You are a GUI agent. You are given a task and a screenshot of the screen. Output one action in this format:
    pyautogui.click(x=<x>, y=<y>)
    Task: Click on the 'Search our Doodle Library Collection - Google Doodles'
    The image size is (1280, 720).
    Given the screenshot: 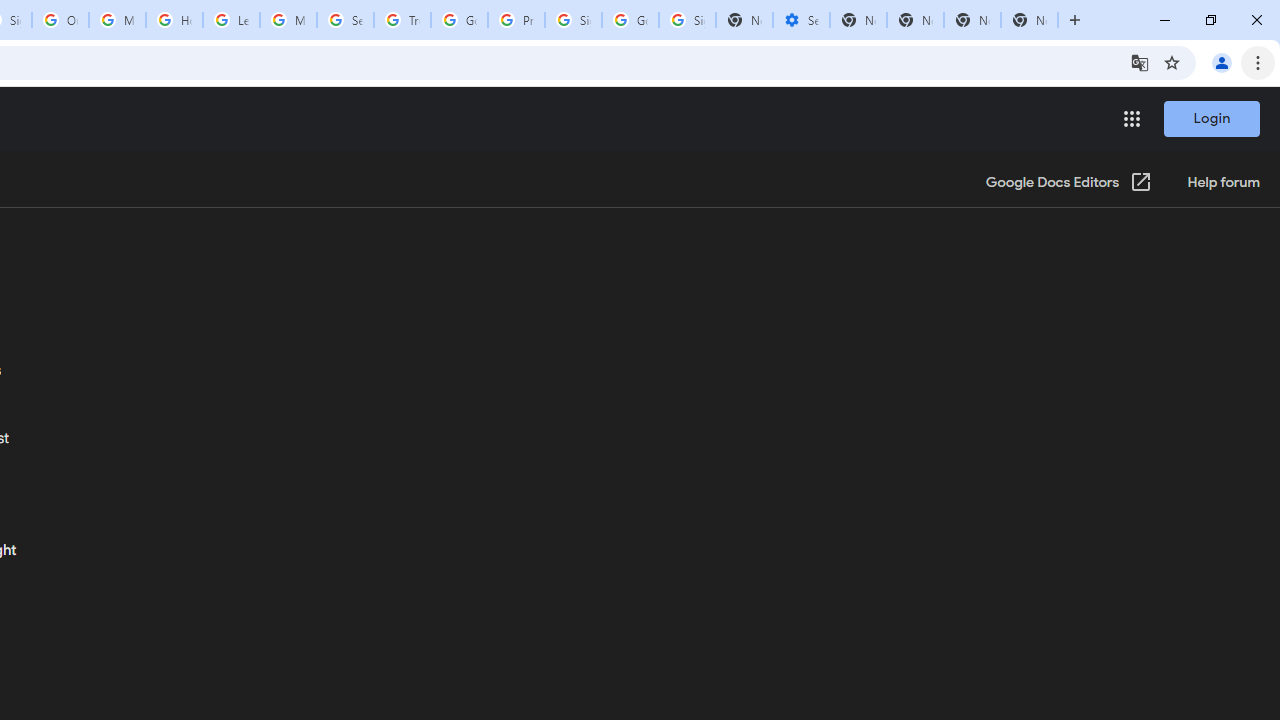 What is the action you would take?
    pyautogui.click(x=345, y=20)
    